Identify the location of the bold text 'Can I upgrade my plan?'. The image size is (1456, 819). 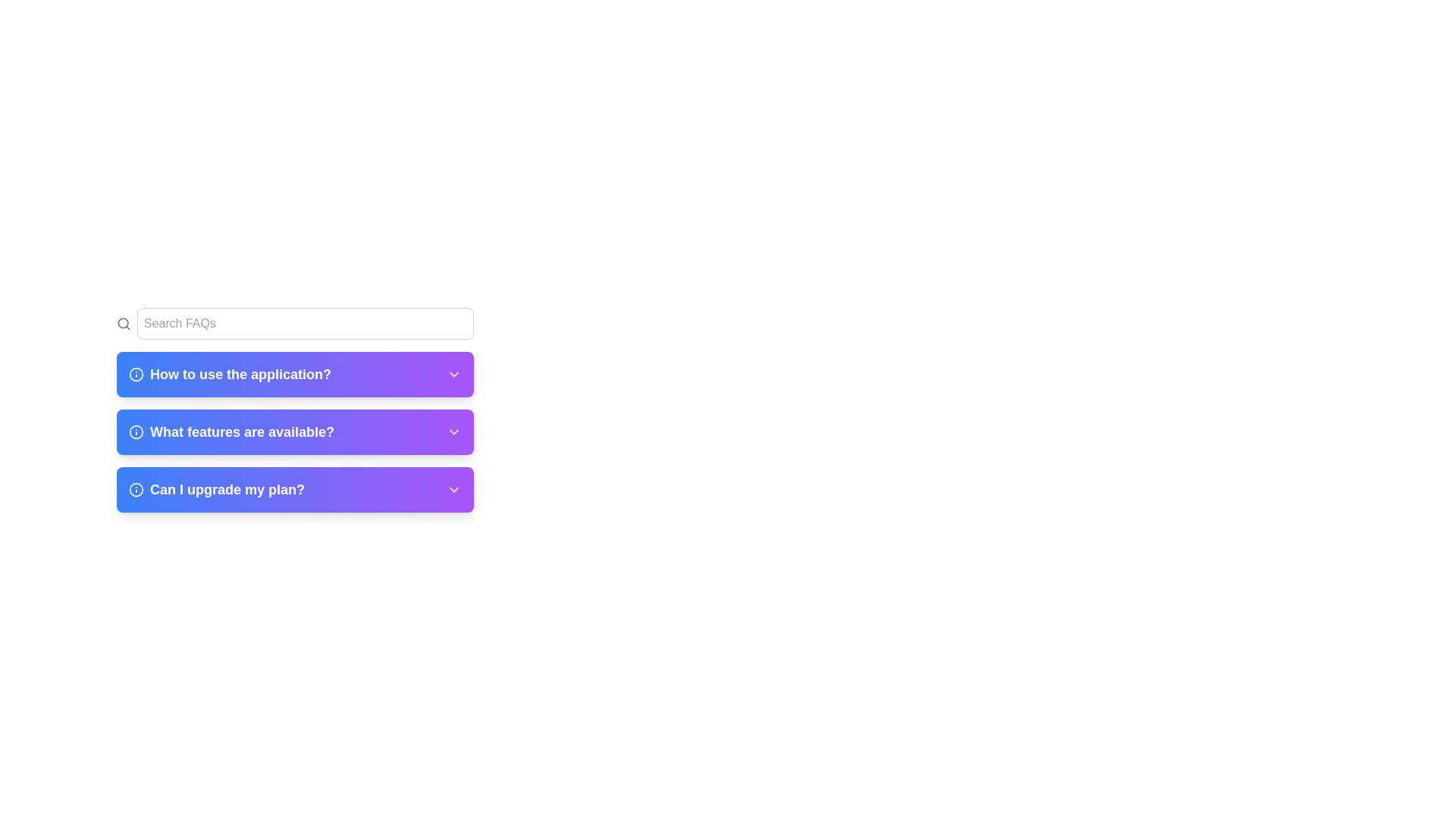
(216, 489).